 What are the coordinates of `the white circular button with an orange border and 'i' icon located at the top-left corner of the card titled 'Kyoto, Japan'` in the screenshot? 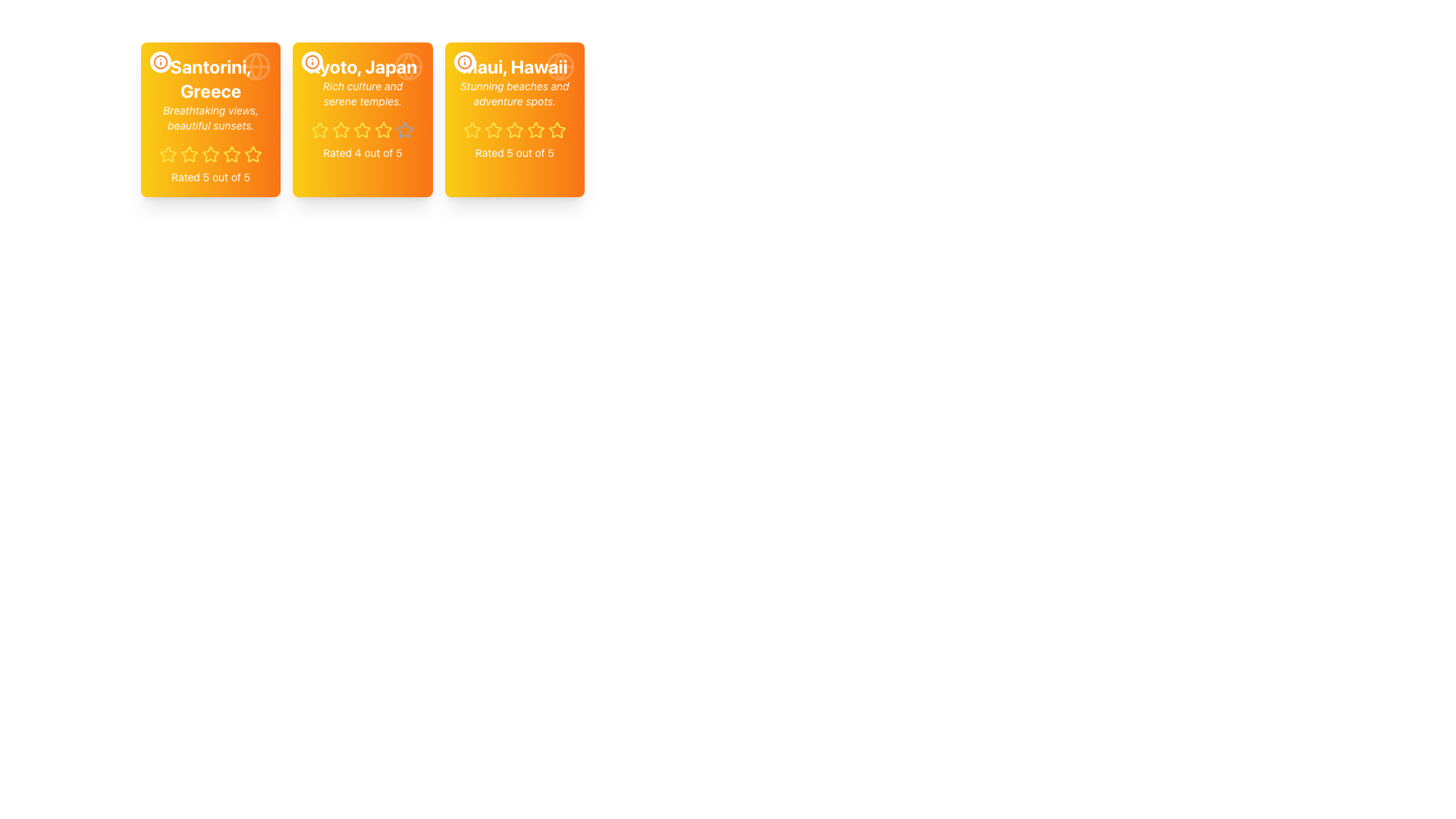 It's located at (312, 61).